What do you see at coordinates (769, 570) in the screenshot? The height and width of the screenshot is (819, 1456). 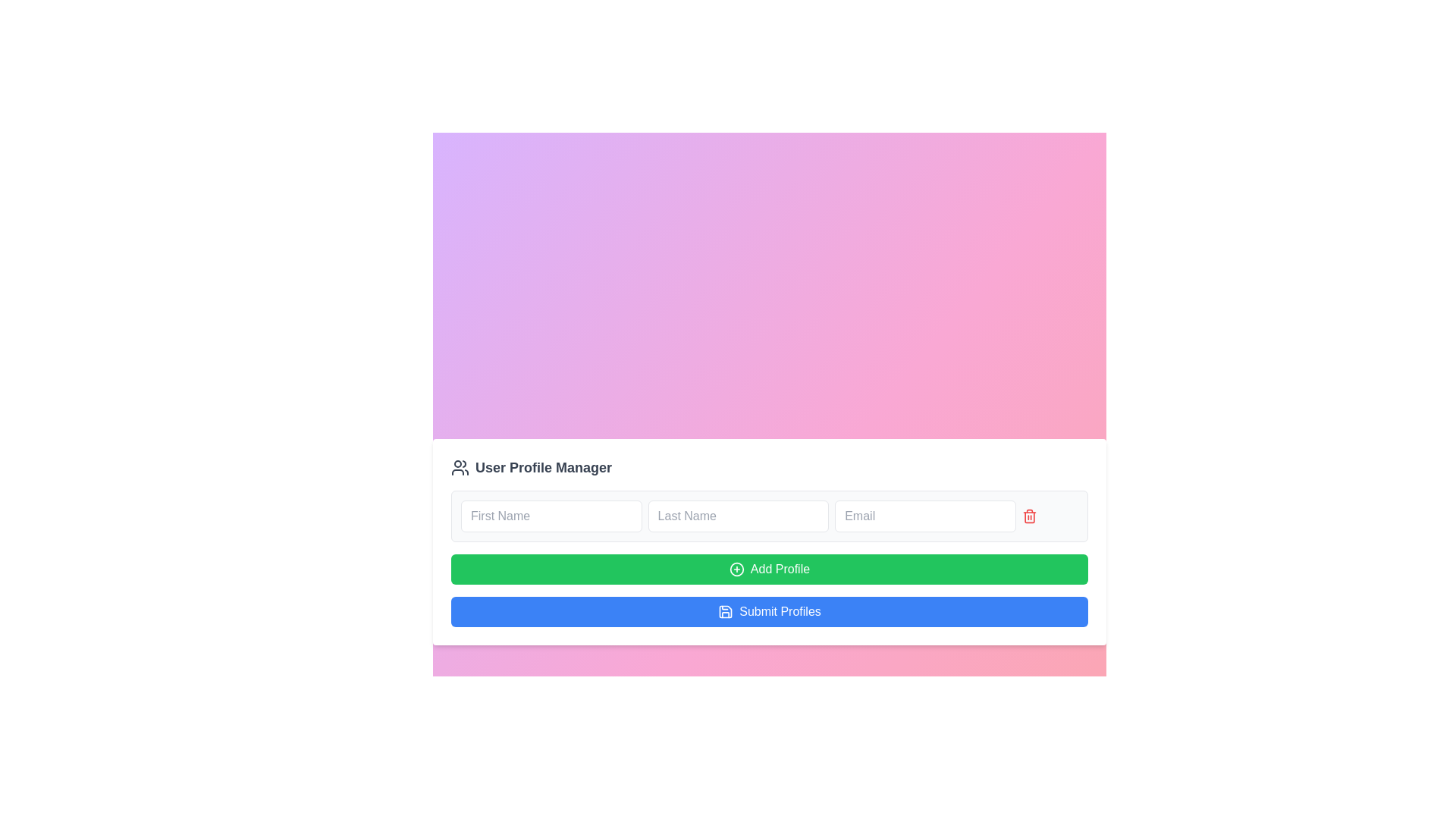 I see `the 'Add New User Profile' button located directly below the input fields and above the 'Submit Profiles' button to initiate the profile addition process` at bounding box center [769, 570].